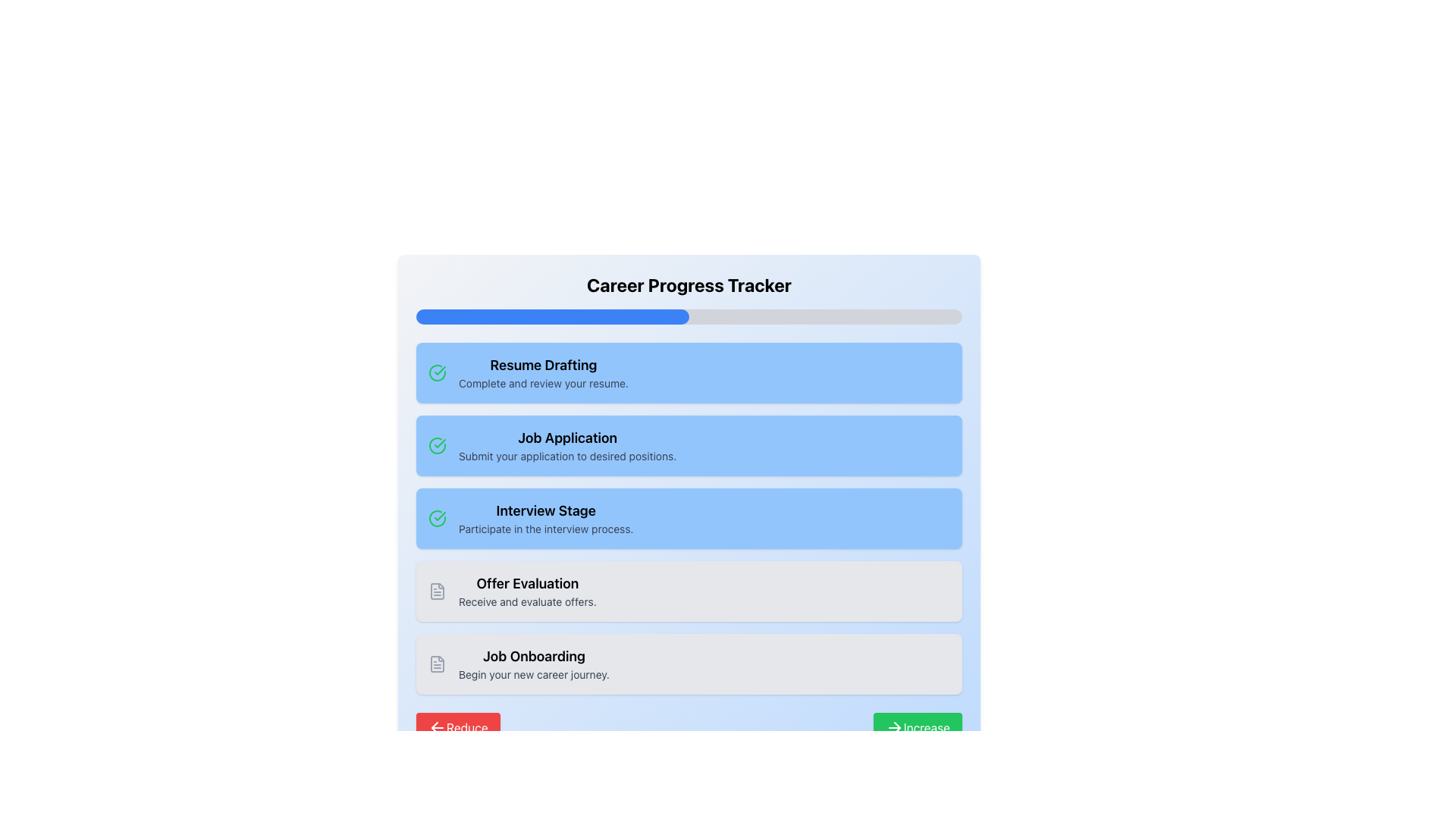 This screenshot has width=1456, height=819. I want to click on the Progress Bar Segment that visually represents a 50% completion of a task, located within the gray progress bar below 'Career Progress Tracker', so click(552, 315).